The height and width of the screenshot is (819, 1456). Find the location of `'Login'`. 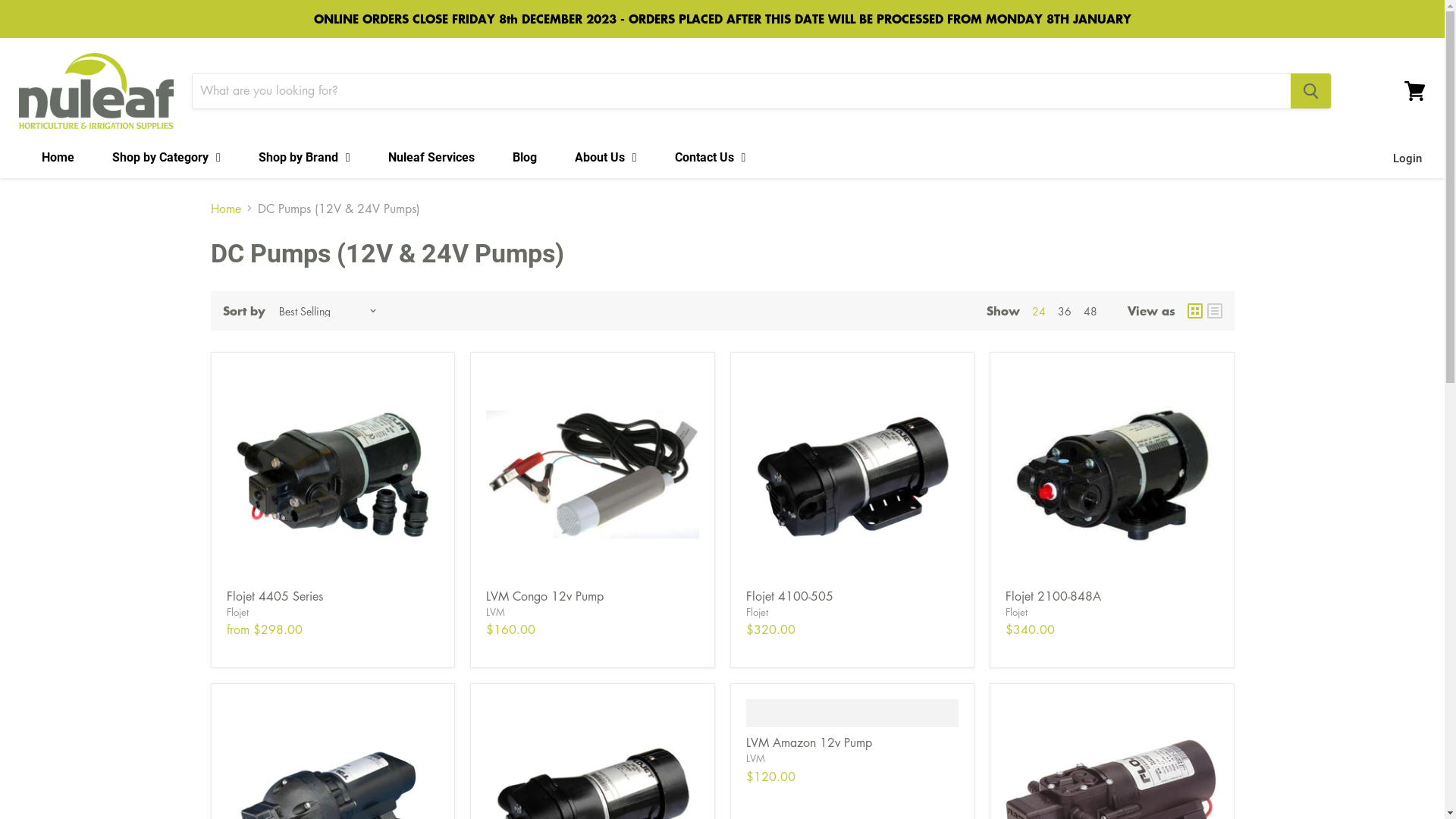

'Login' is located at coordinates (1407, 158).